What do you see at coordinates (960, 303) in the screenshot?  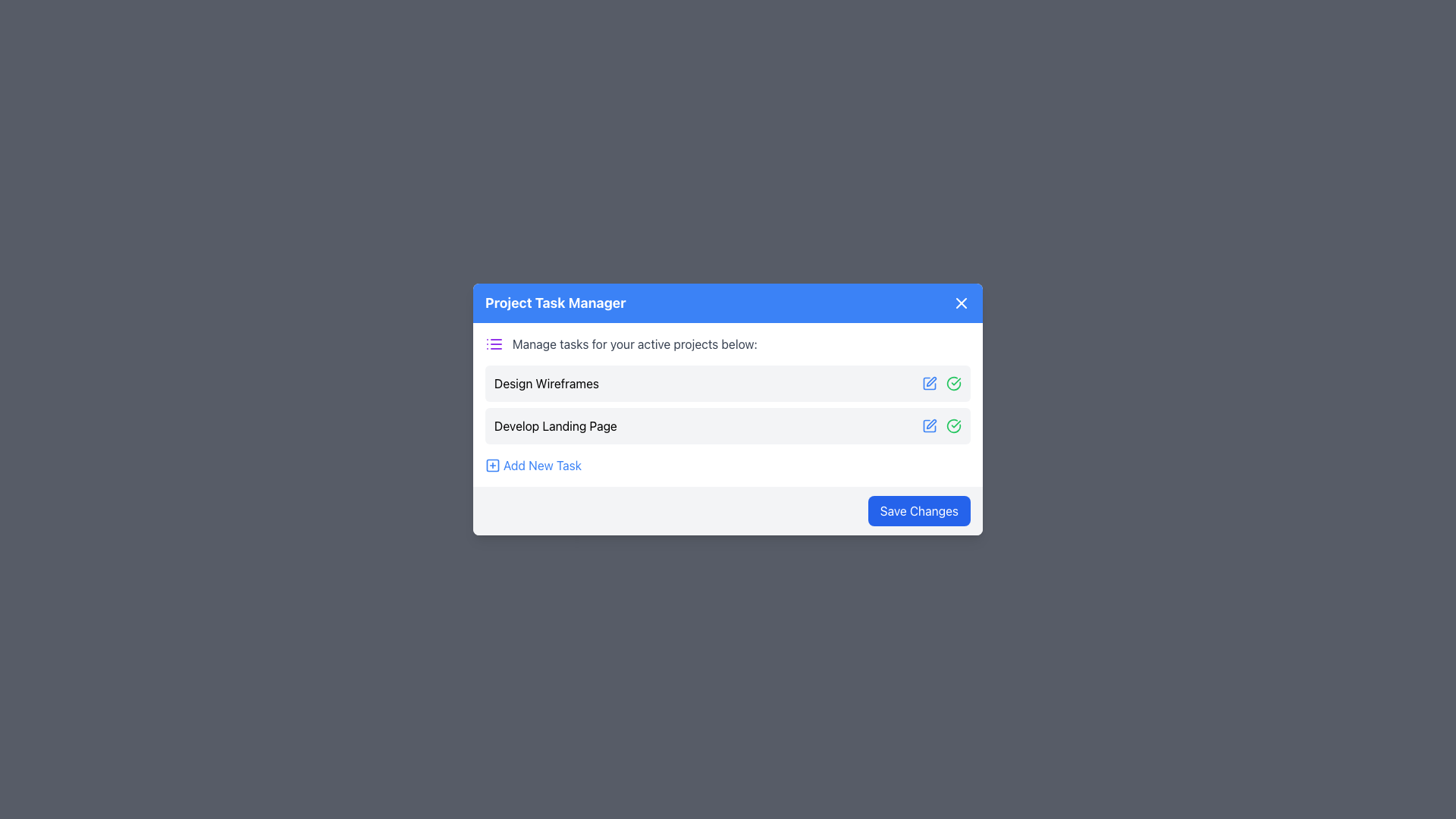 I see `the close icon in the upper-right corner of the 'Project Task Manager' modal` at bounding box center [960, 303].